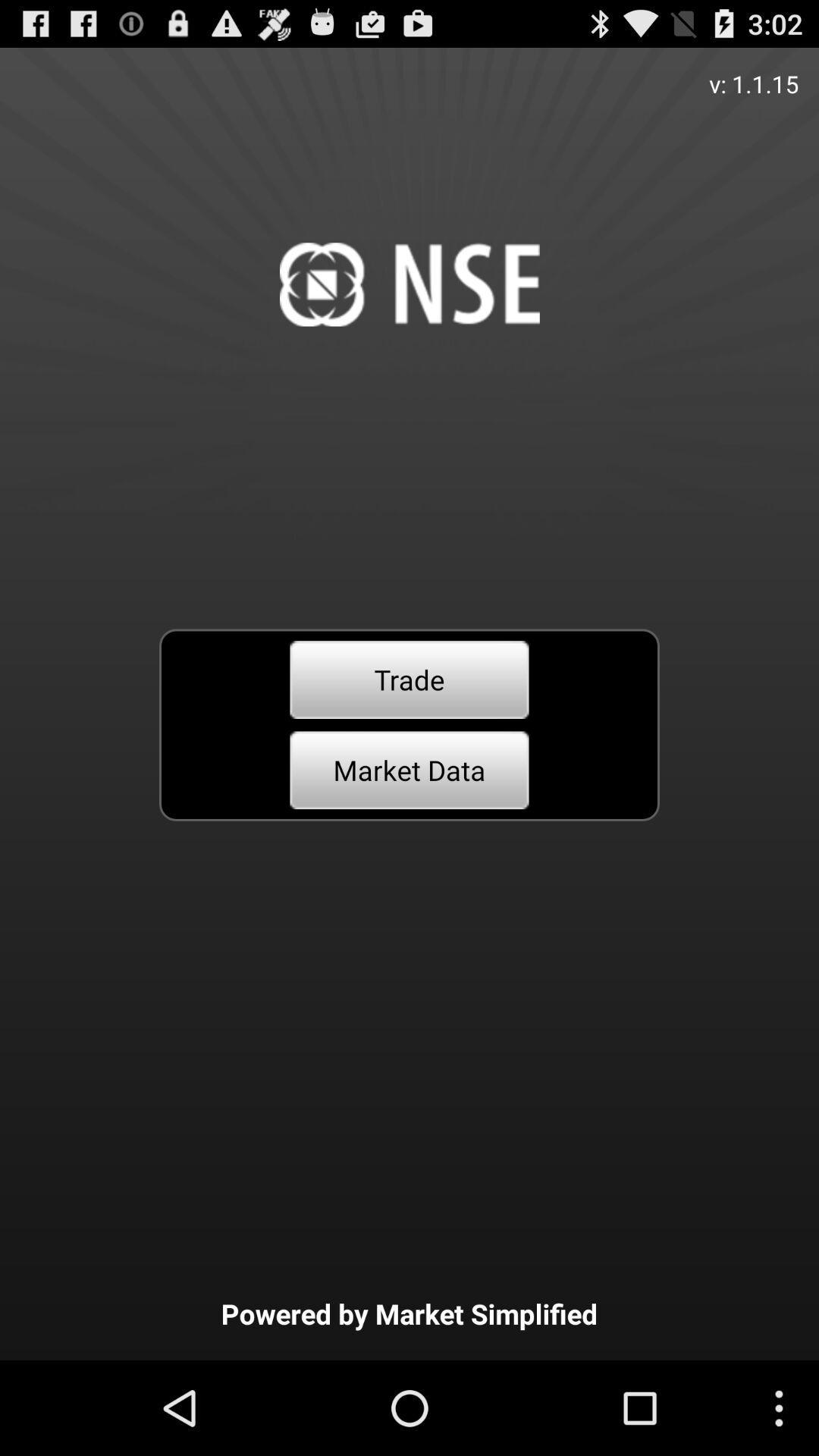 The width and height of the screenshot is (819, 1456). What do you see at coordinates (409, 770) in the screenshot?
I see `the item above powered by market icon` at bounding box center [409, 770].